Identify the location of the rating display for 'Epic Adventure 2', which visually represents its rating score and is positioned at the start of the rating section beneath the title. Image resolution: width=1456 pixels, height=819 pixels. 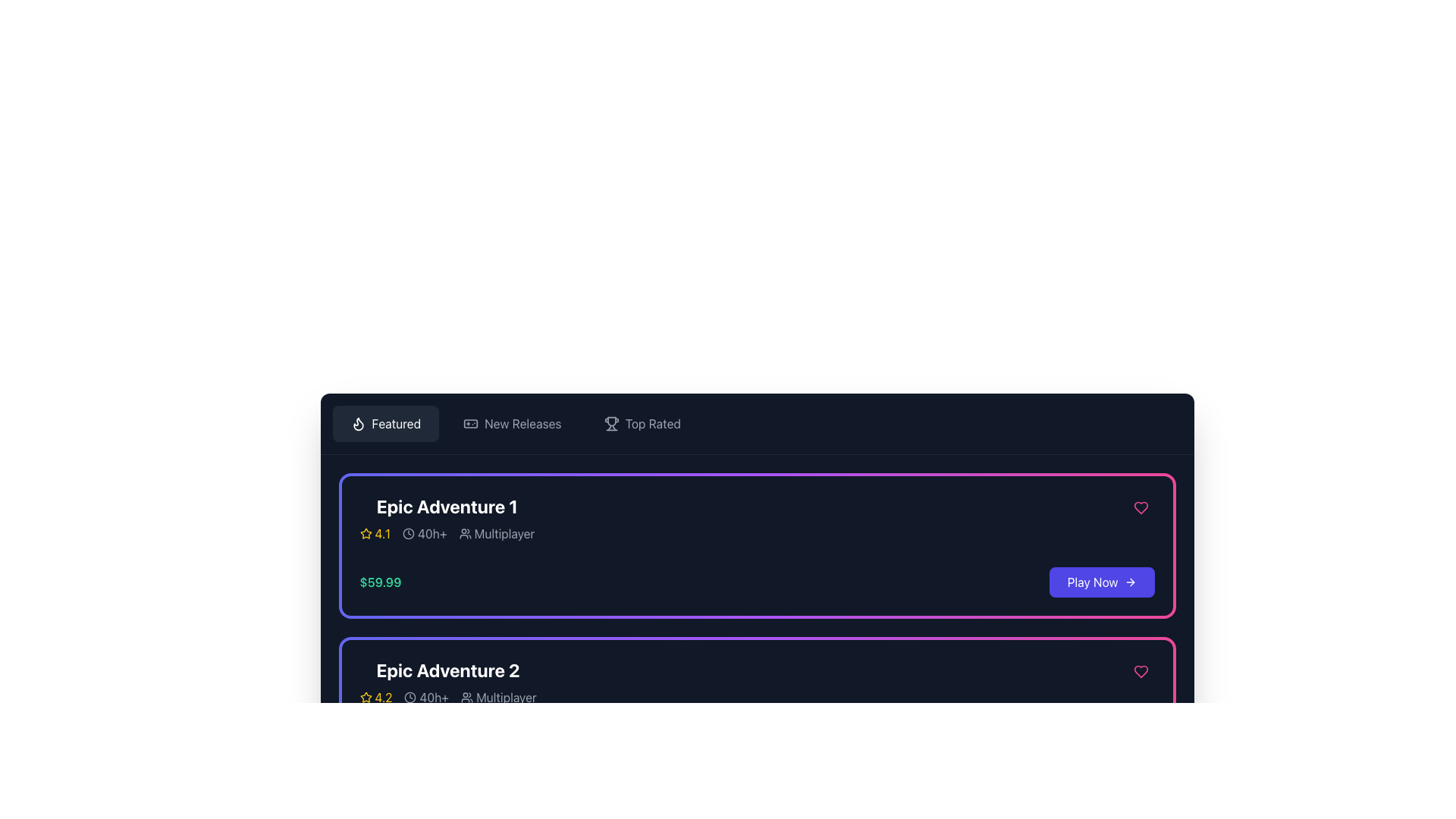
(375, 698).